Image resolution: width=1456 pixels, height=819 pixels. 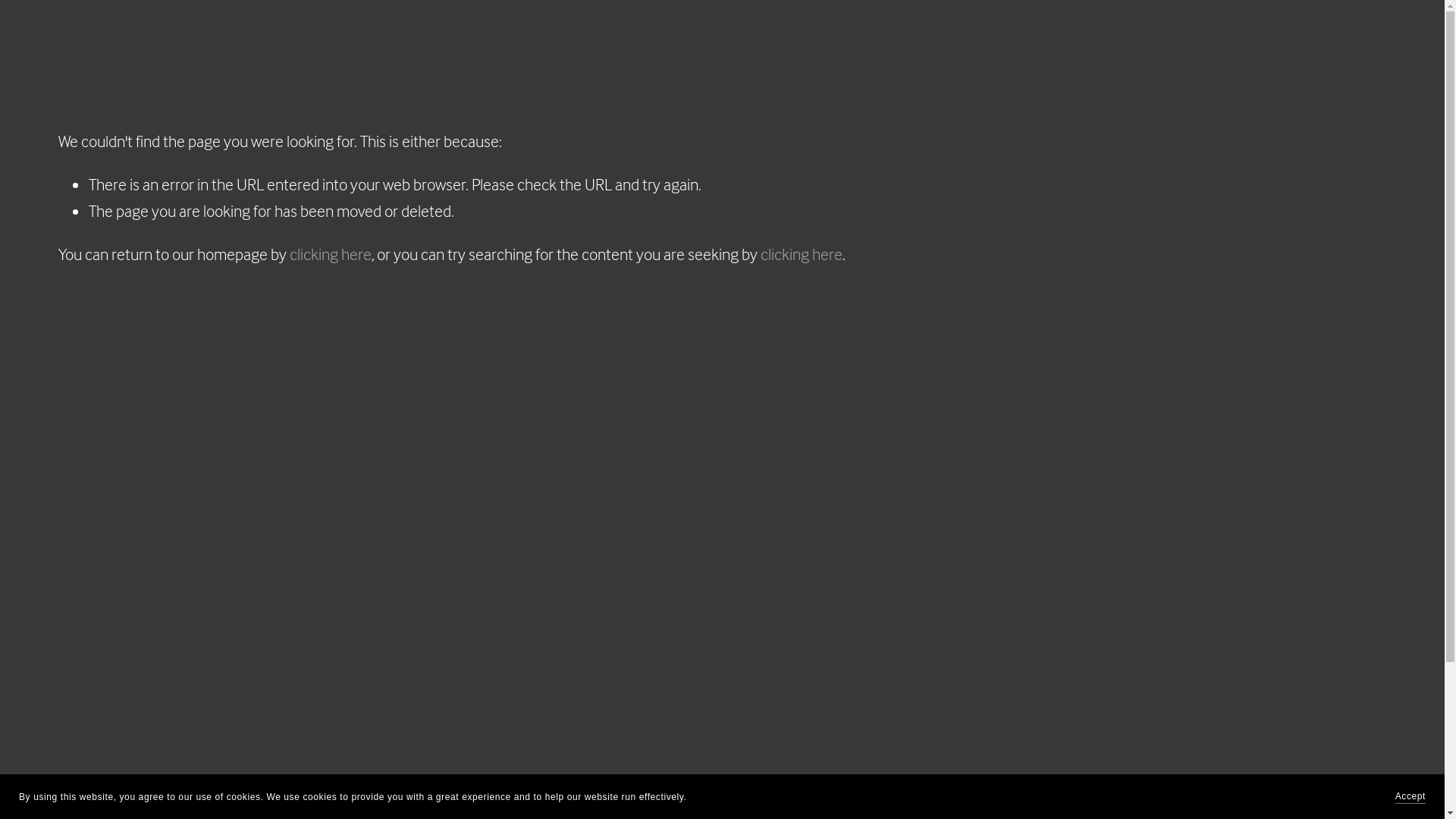 I want to click on 'clicking here', so click(x=290, y=253).